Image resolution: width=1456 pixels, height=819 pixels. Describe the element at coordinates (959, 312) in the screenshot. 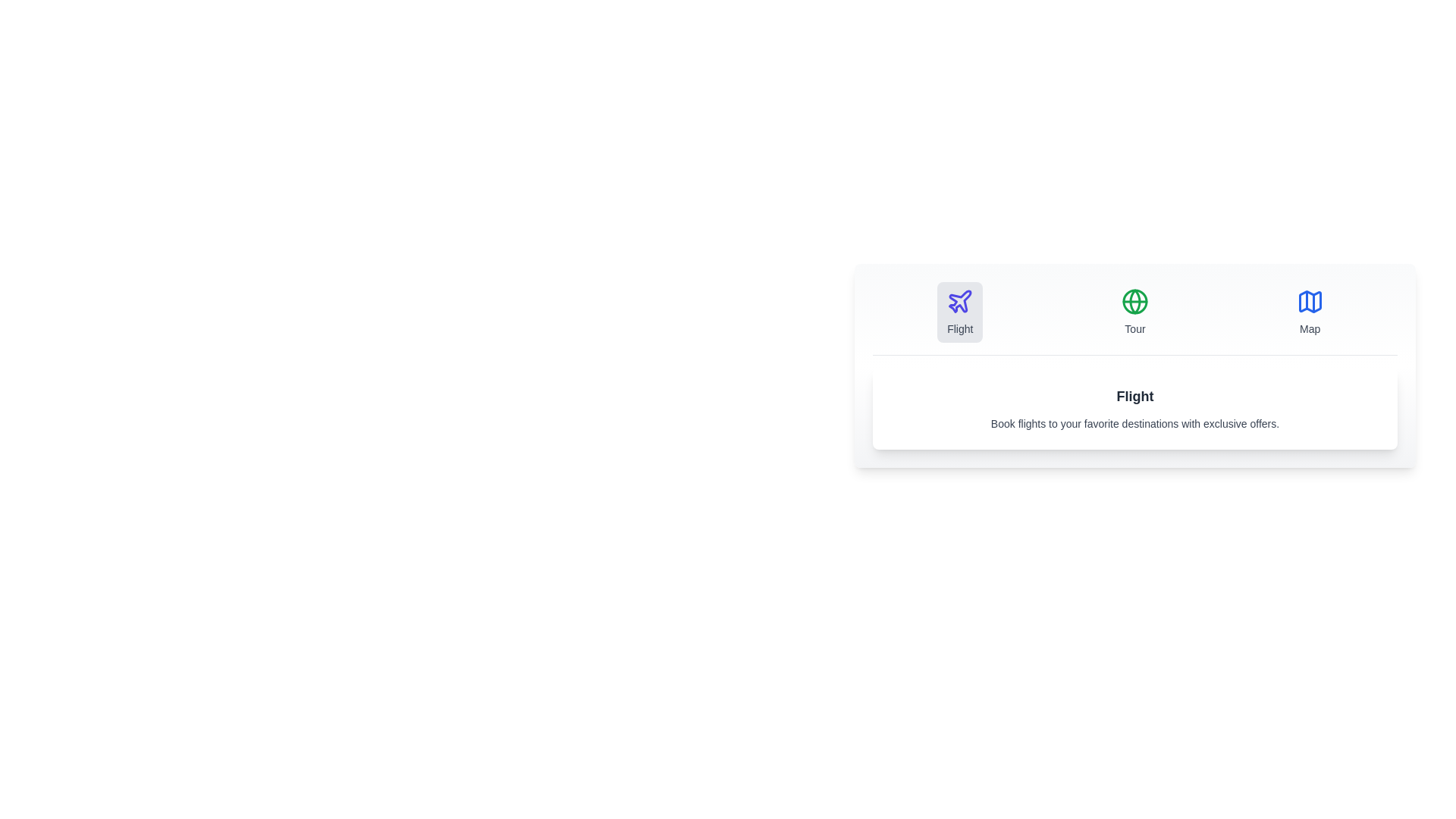

I see `the 'Flight' tab to activate it` at that location.